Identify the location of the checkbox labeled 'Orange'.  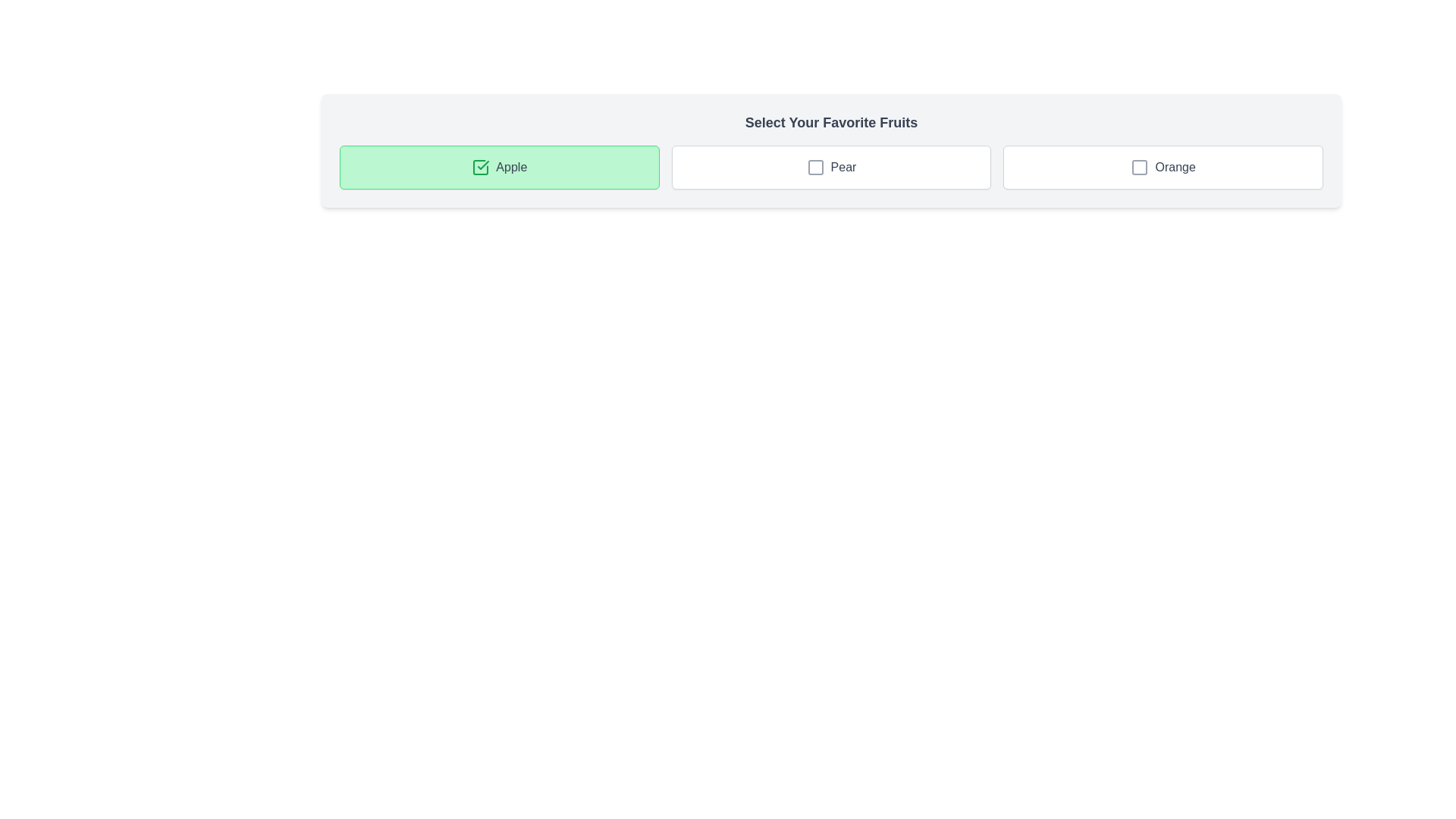
(1163, 167).